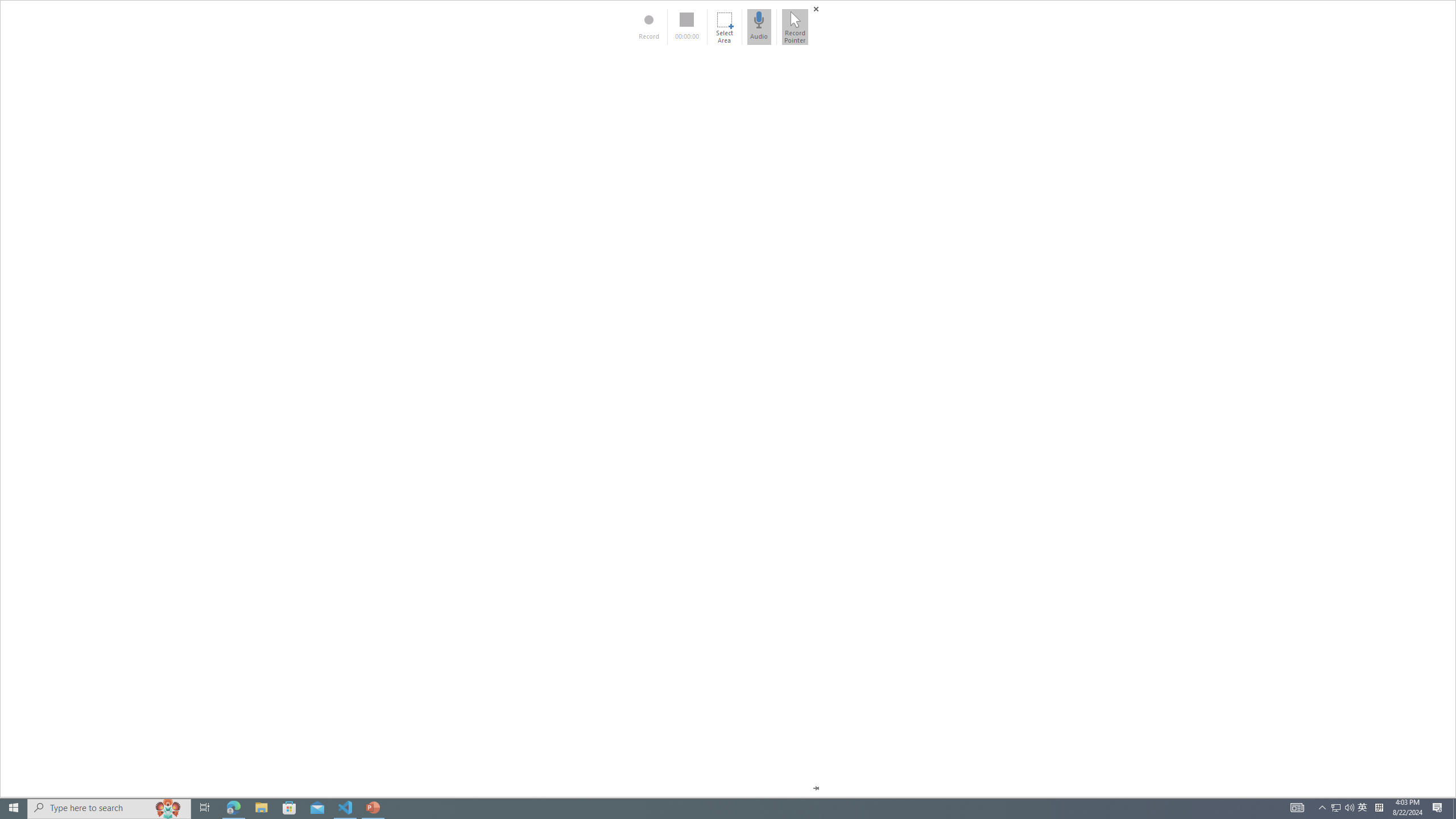 The image size is (1456, 819). I want to click on 'Record Pointer', so click(795, 26).